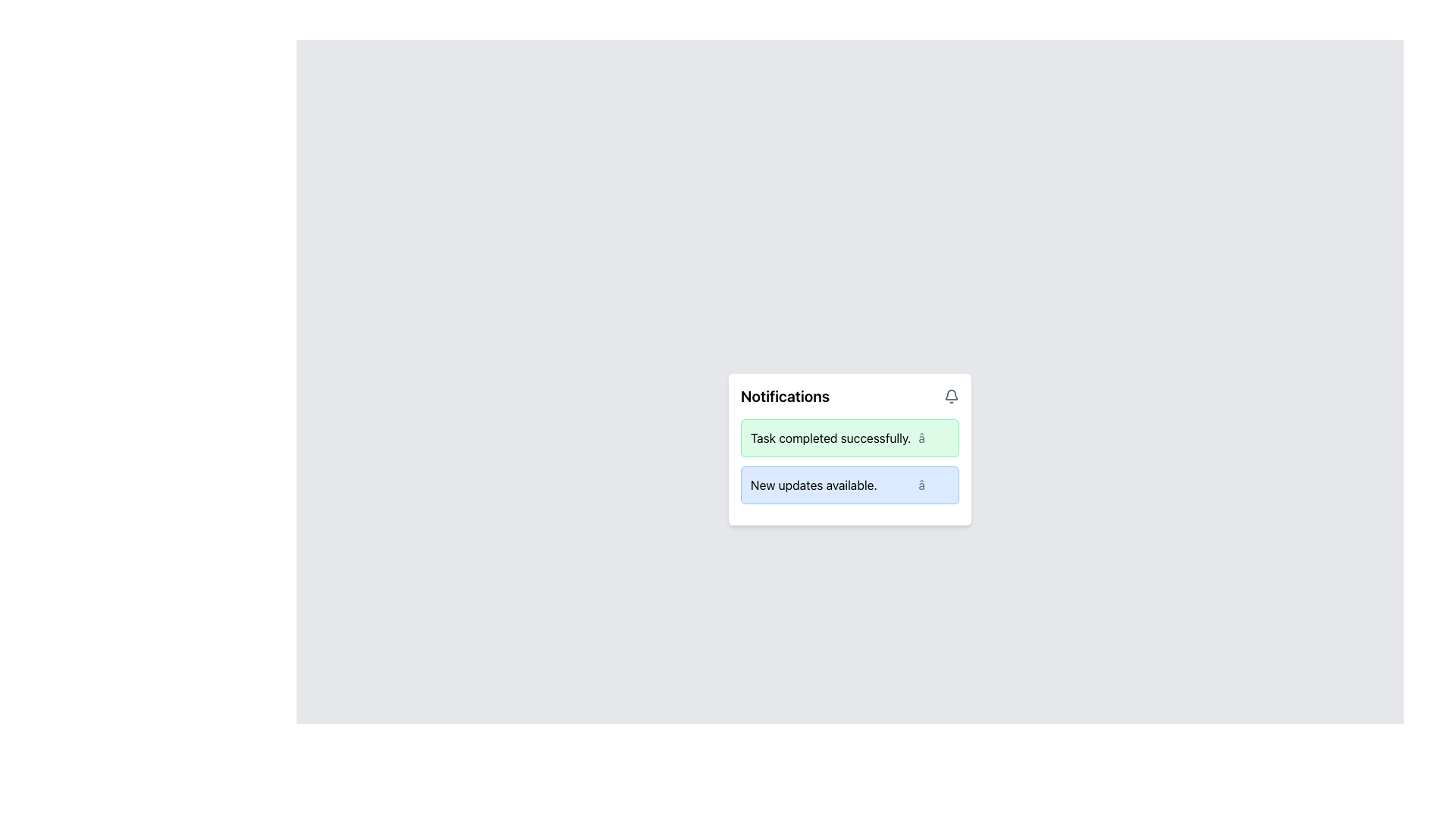 This screenshot has width=1456, height=819. I want to click on the notification displayed in the green Notification Box containing the text 'Task completed successfully. ✔', so click(850, 438).